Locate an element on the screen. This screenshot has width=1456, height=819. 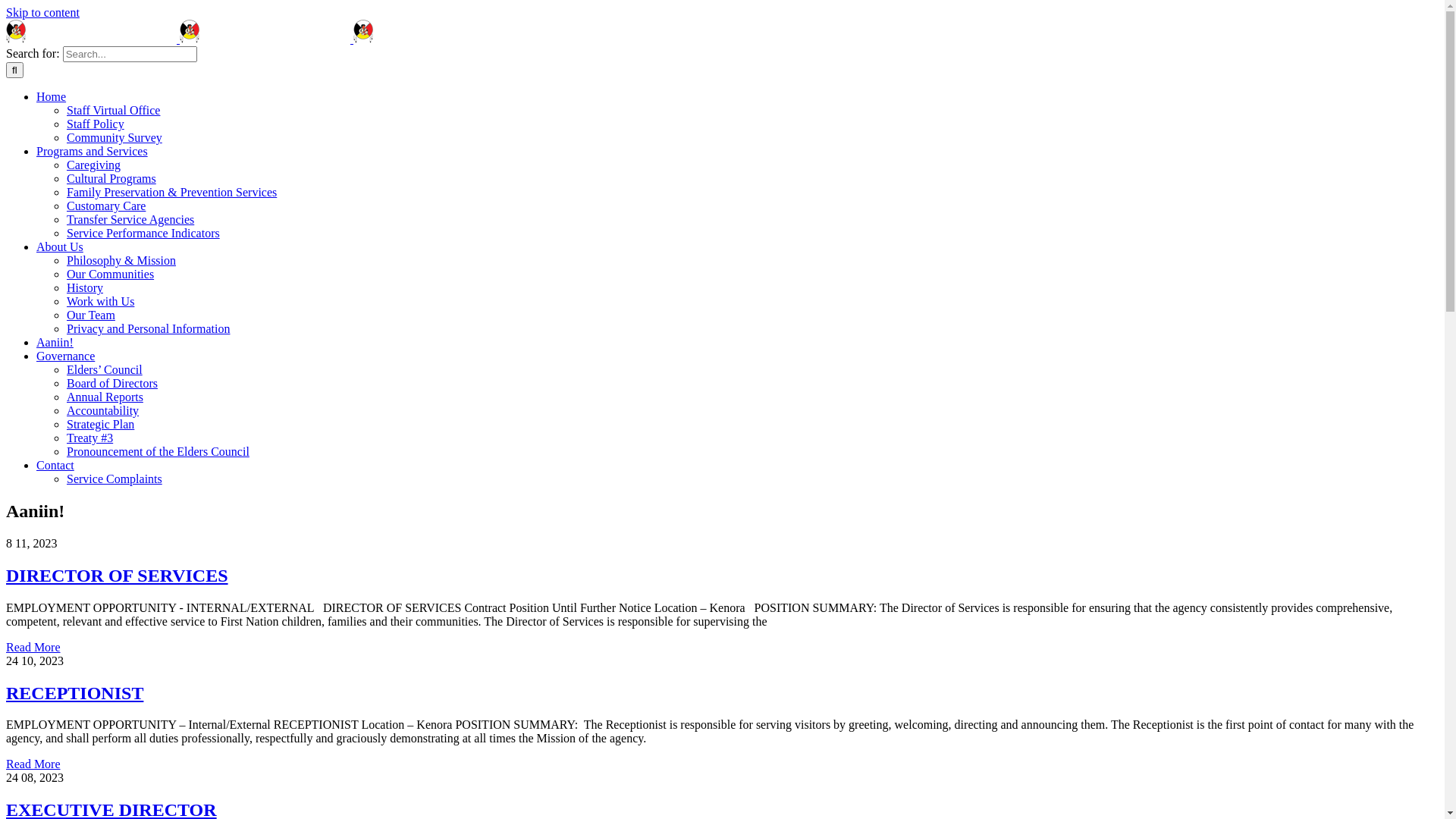
'Our Communities' is located at coordinates (109, 274).